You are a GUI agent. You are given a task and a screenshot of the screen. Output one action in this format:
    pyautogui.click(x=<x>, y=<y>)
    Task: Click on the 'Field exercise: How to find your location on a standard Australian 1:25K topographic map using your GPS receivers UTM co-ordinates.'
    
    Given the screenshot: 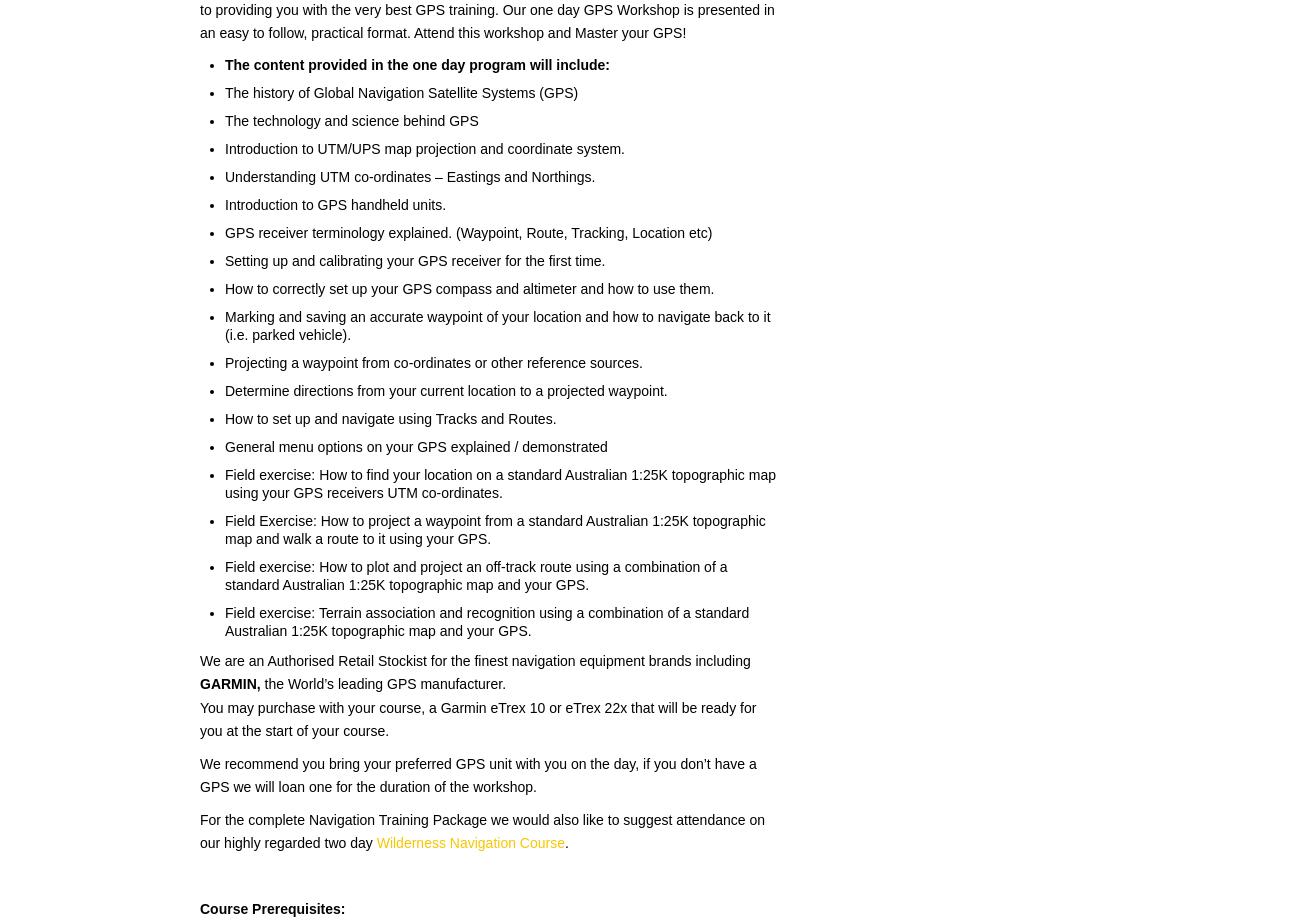 What is the action you would take?
    pyautogui.click(x=499, y=483)
    